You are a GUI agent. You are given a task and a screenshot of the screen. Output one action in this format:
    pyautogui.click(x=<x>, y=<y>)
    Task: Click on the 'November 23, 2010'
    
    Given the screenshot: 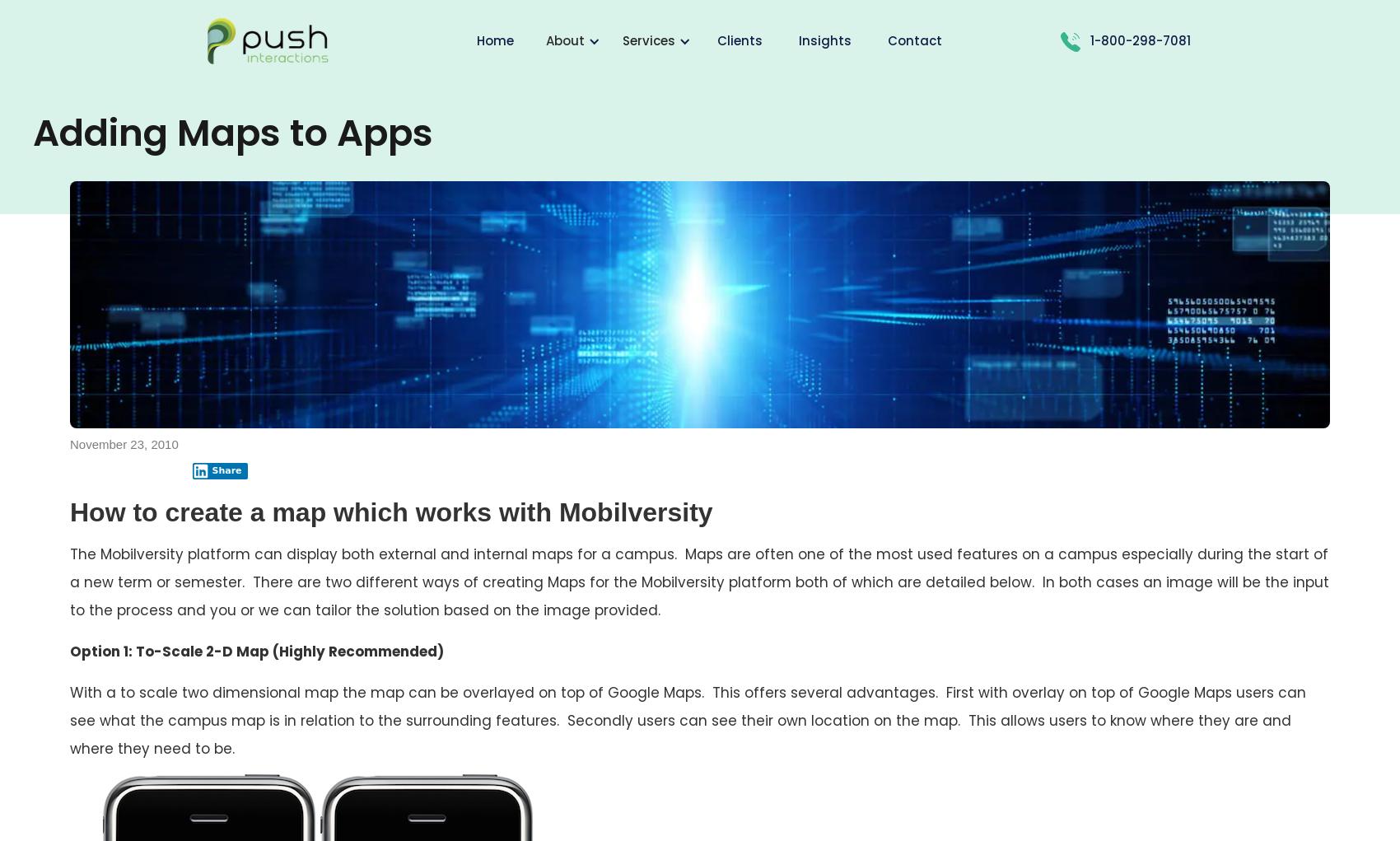 What is the action you would take?
    pyautogui.click(x=123, y=443)
    